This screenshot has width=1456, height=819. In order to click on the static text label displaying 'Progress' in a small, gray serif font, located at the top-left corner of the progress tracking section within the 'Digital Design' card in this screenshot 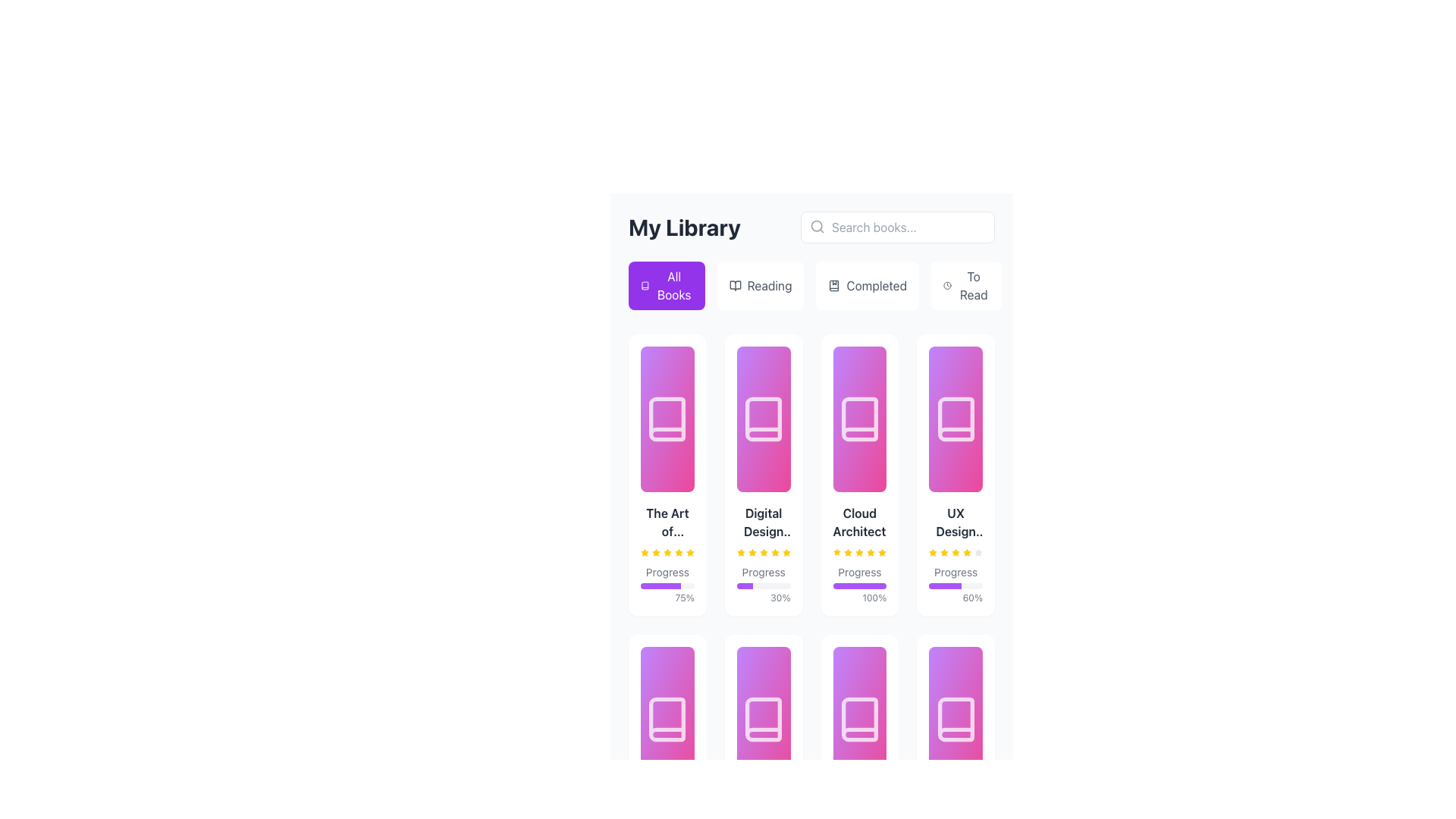, I will do `click(764, 573)`.